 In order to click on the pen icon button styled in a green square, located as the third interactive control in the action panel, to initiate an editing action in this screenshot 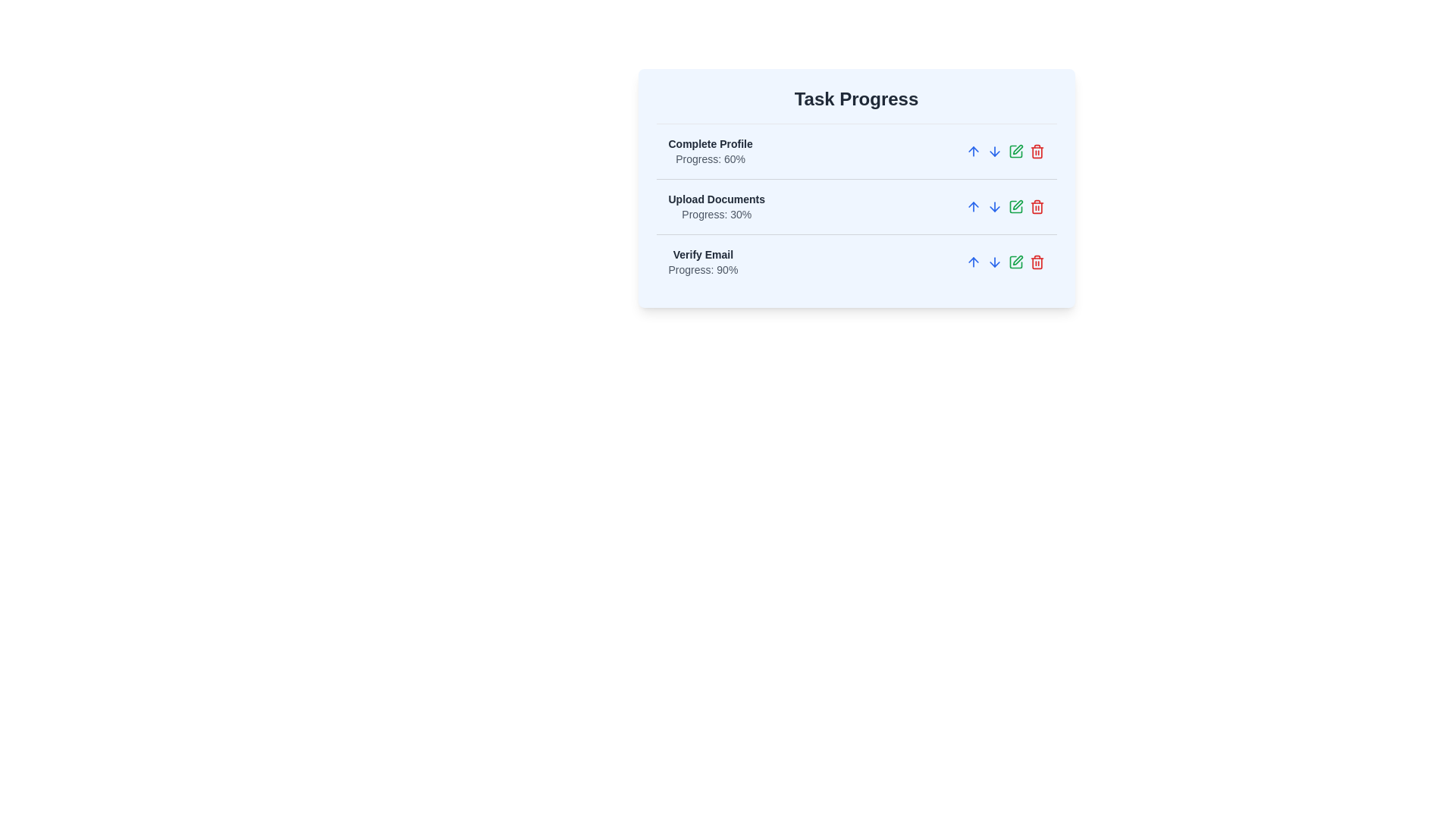, I will do `click(1015, 152)`.